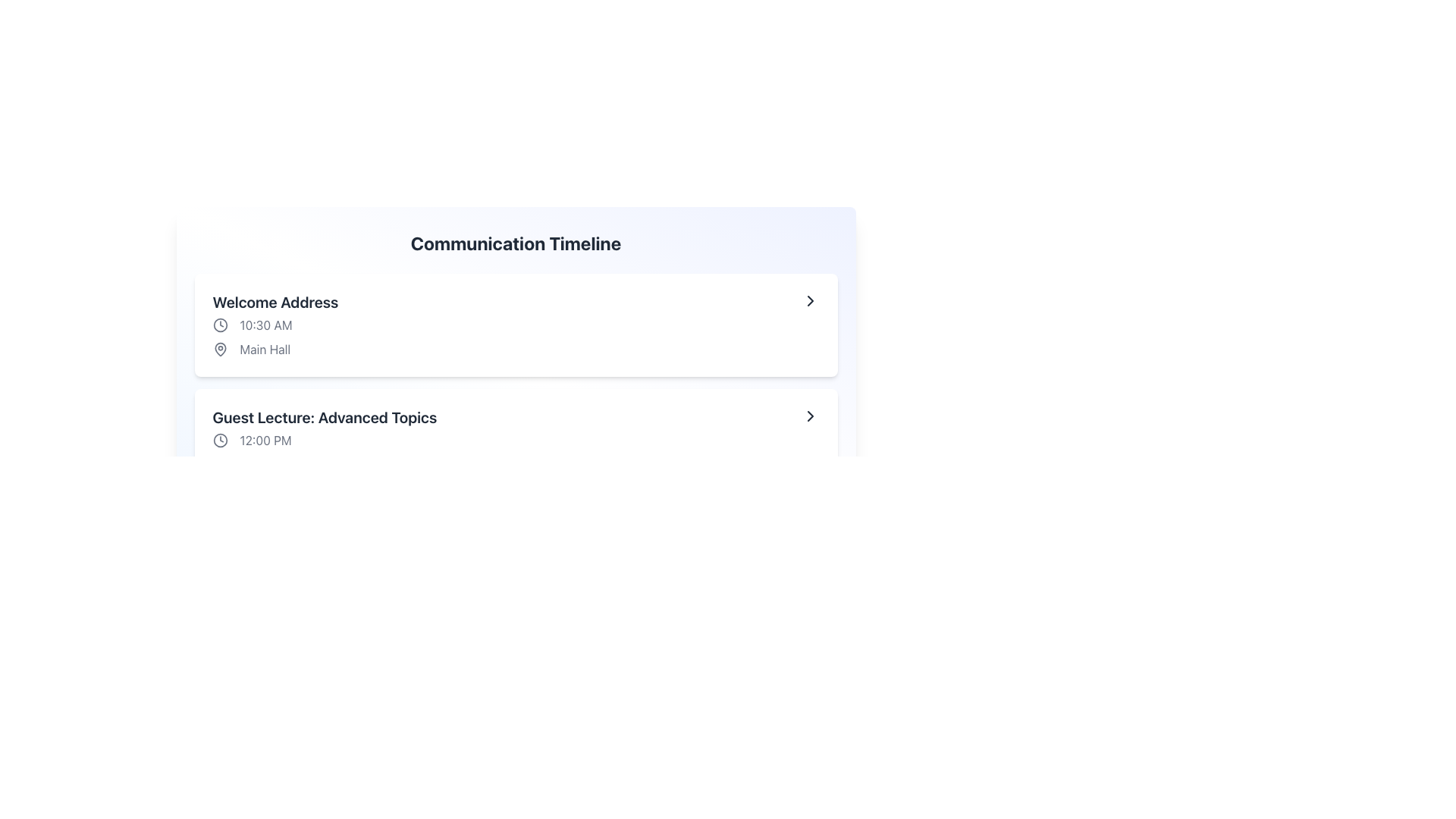 This screenshot has height=819, width=1456. Describe the element at coordinates (516, 441) in the screenshot. I see `the second timeline entry displaying 'Guest Lecture: Advanced Topics'` at that location.